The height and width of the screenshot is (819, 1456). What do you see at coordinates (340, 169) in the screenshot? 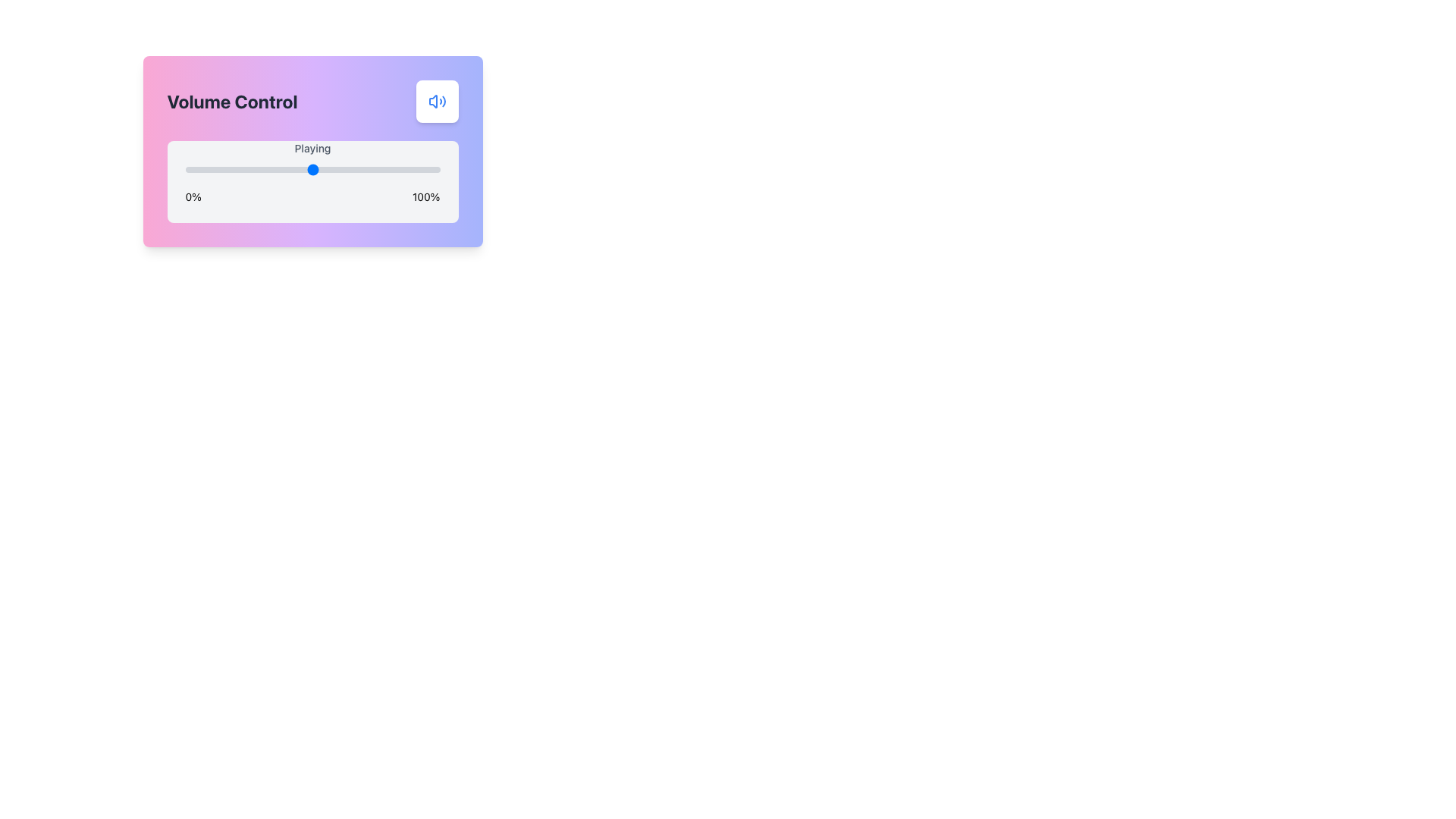
I see `the playback position` at bounding box center [340, 169].